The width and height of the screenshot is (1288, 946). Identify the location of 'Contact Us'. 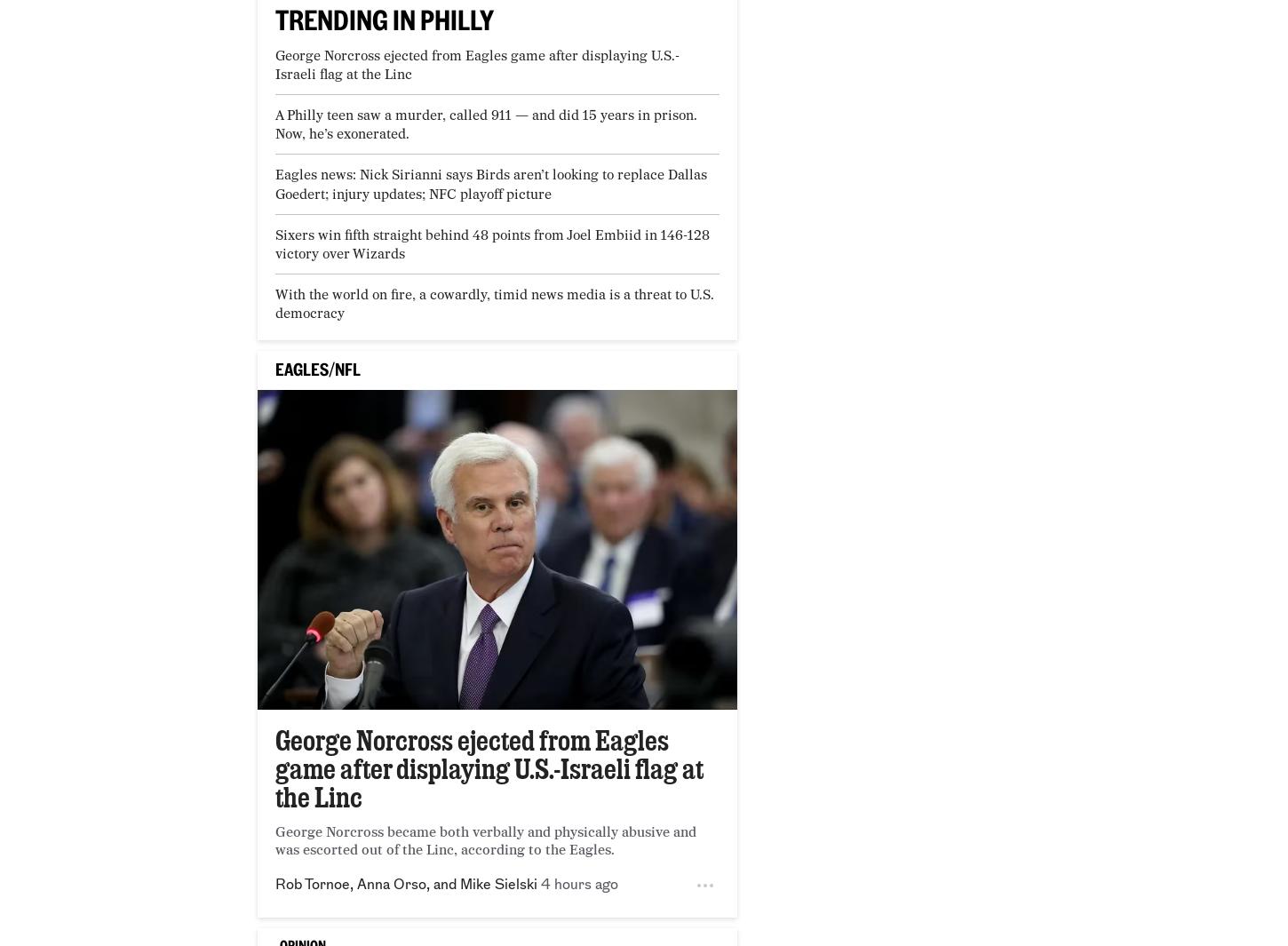
(155, 695).